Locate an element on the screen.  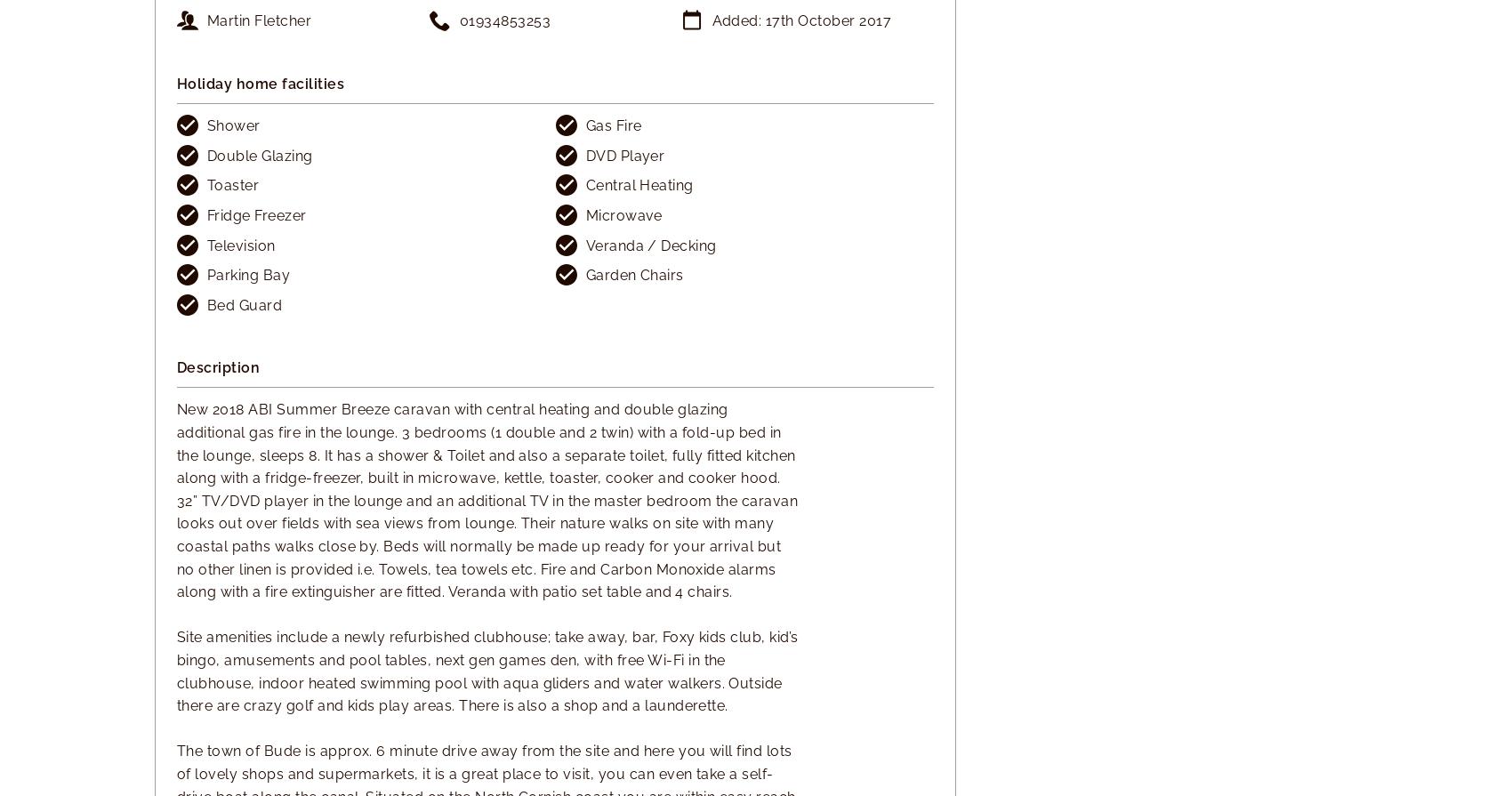
'Holiday home facilities' is located at coordinates (261, 83).